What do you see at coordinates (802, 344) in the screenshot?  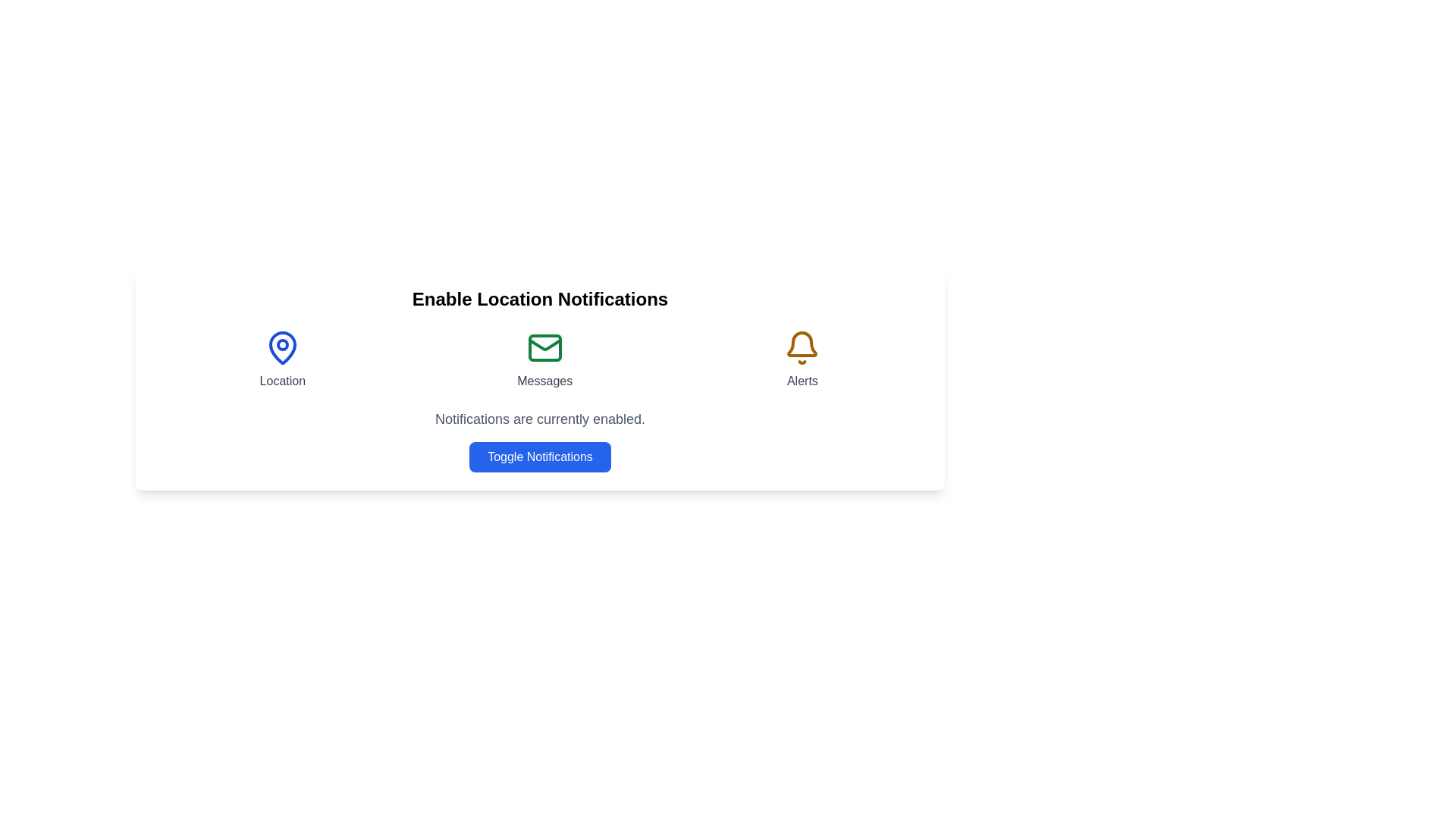 I see `the decorative vector shape resembling the lower part of the bell icon associated with the 'Alerts' label` at bounding box center [802, 344].